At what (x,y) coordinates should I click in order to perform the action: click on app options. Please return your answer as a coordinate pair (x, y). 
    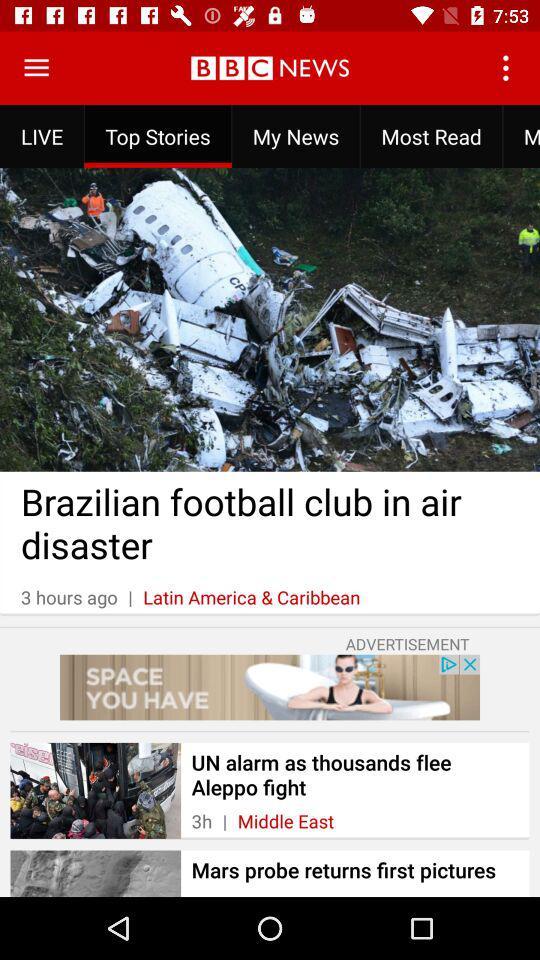
    Looking at the image, I should click on (36, 68).